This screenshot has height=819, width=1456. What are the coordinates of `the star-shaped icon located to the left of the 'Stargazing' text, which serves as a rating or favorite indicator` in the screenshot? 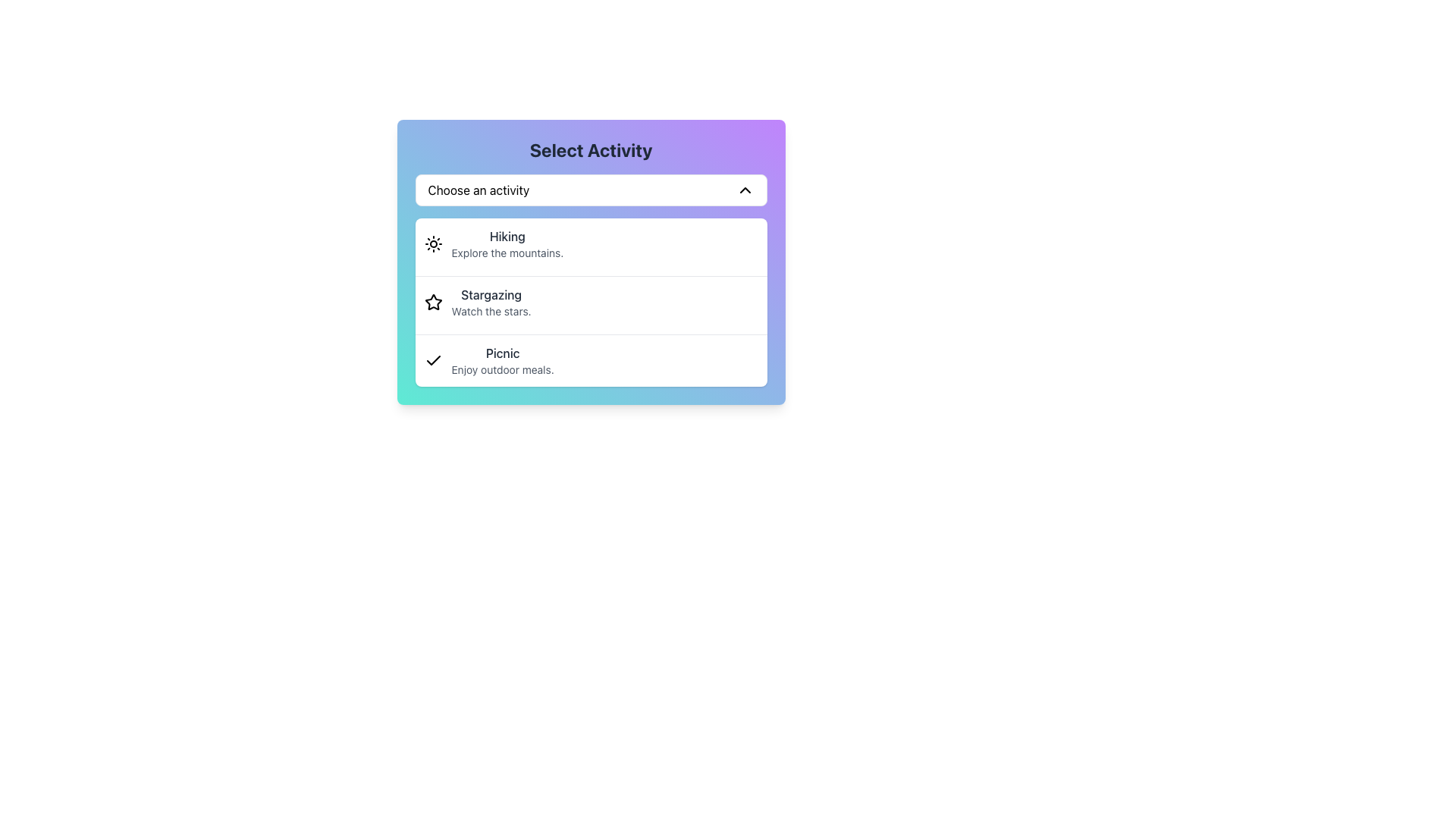 It's located at (432, 302).